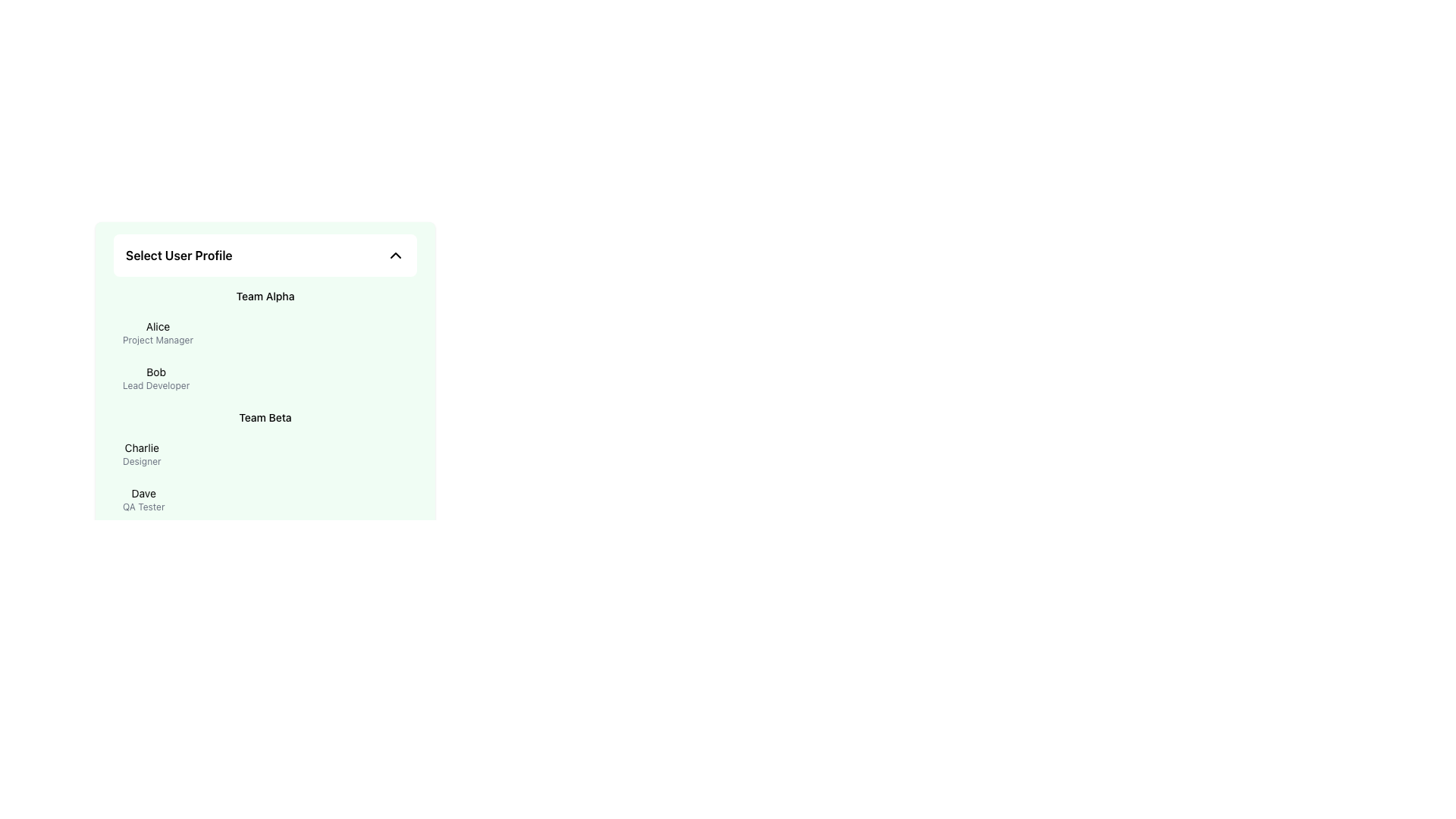 This screenshot has width=1456, height=819. I want to click on the combined text label displaying 'Charlie' in bold and 'Designer' in gray, so click(142, 453).